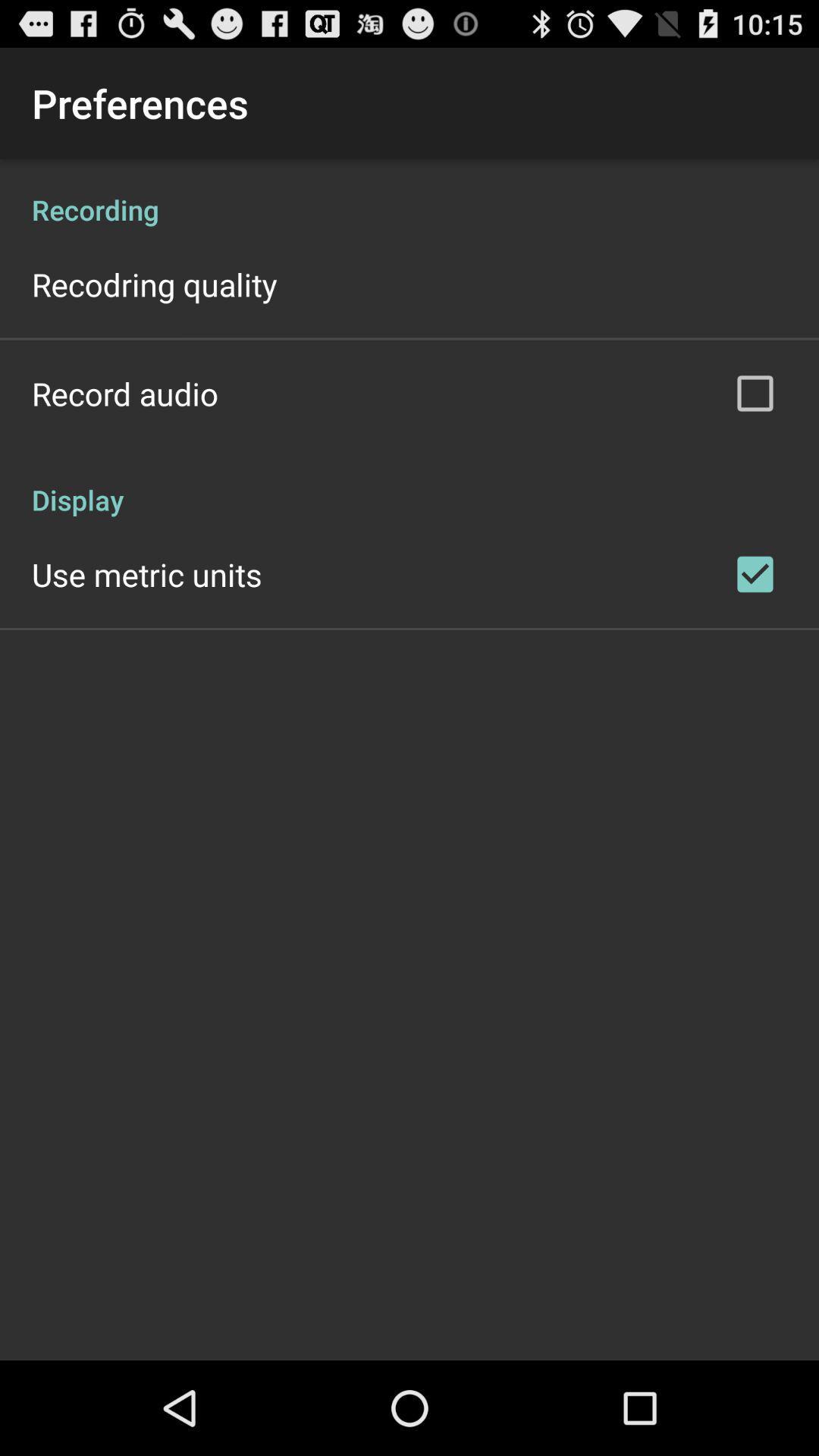  What do you see at coordinates (155, 284) in the screenshot?
I see `app below recording` at bounding box center [155, 284].